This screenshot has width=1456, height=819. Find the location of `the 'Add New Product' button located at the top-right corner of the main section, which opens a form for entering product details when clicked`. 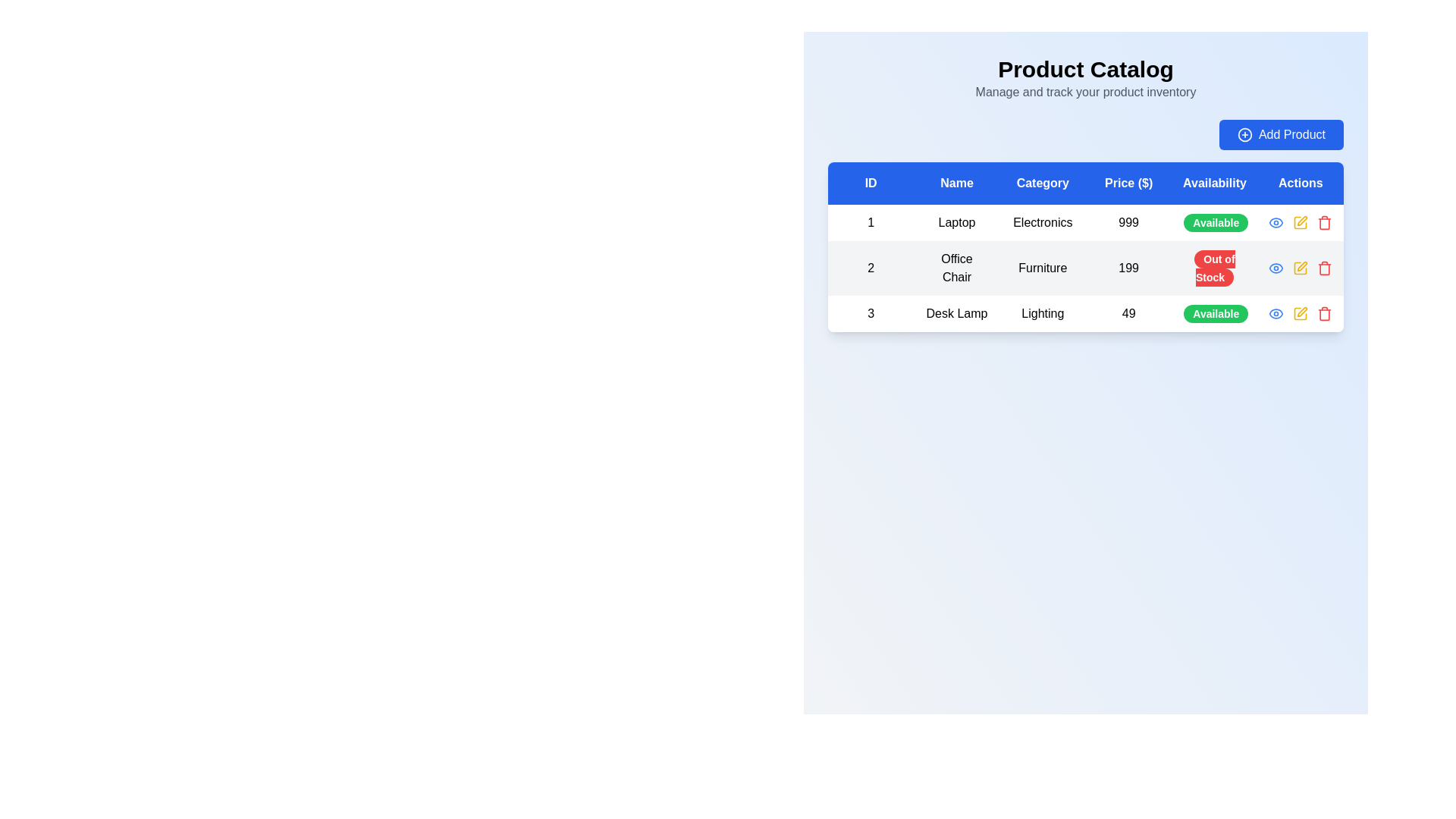

the 'Add New Product' button located at the top-right corner of the main section, which opens a form for entering product details when clicked is located at coordinates (1280, 133).